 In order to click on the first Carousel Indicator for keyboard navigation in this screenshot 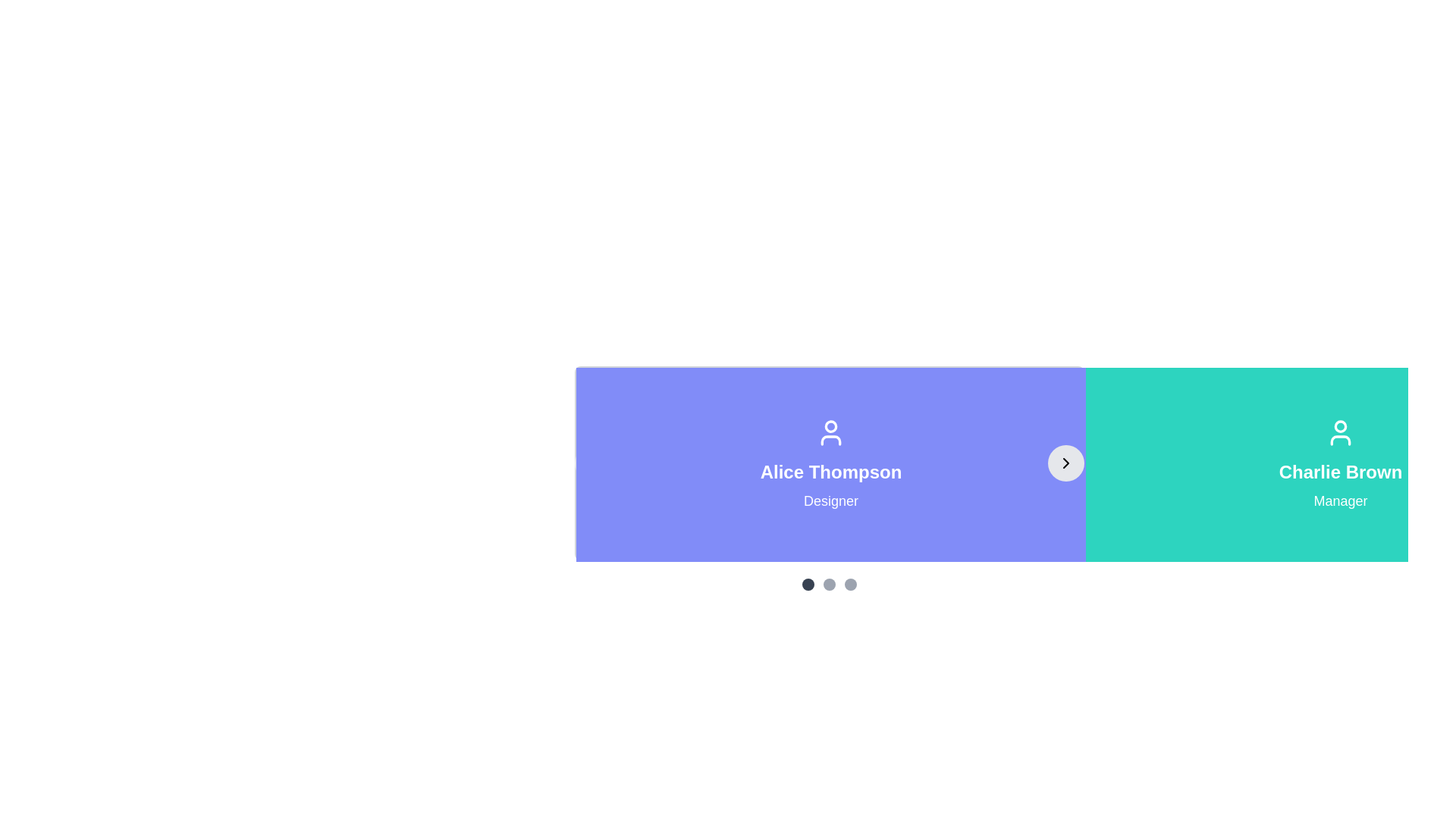, I will do `click(807, 584)`.